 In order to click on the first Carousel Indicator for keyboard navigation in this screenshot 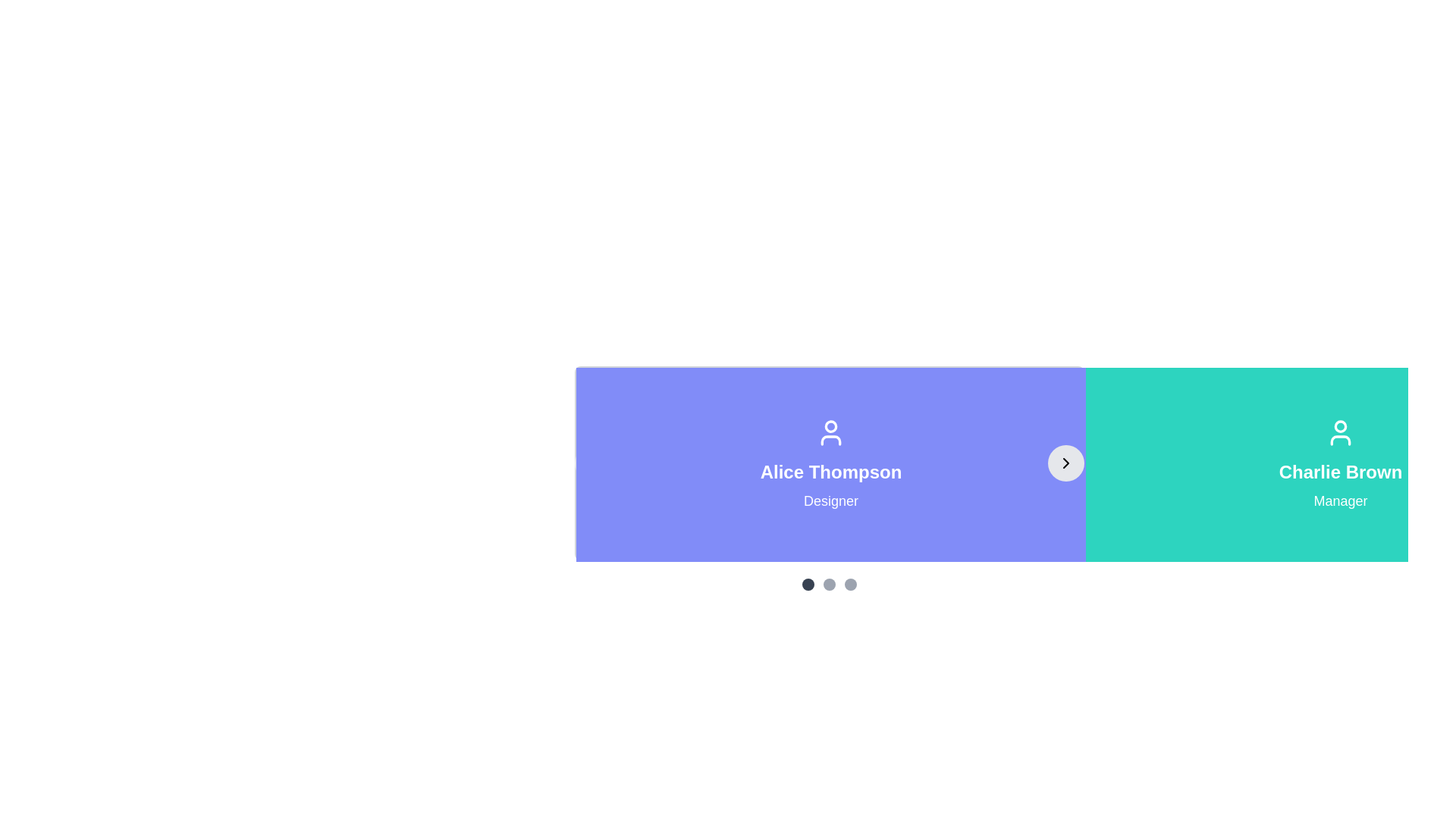, I will do `click(807, 584)`.